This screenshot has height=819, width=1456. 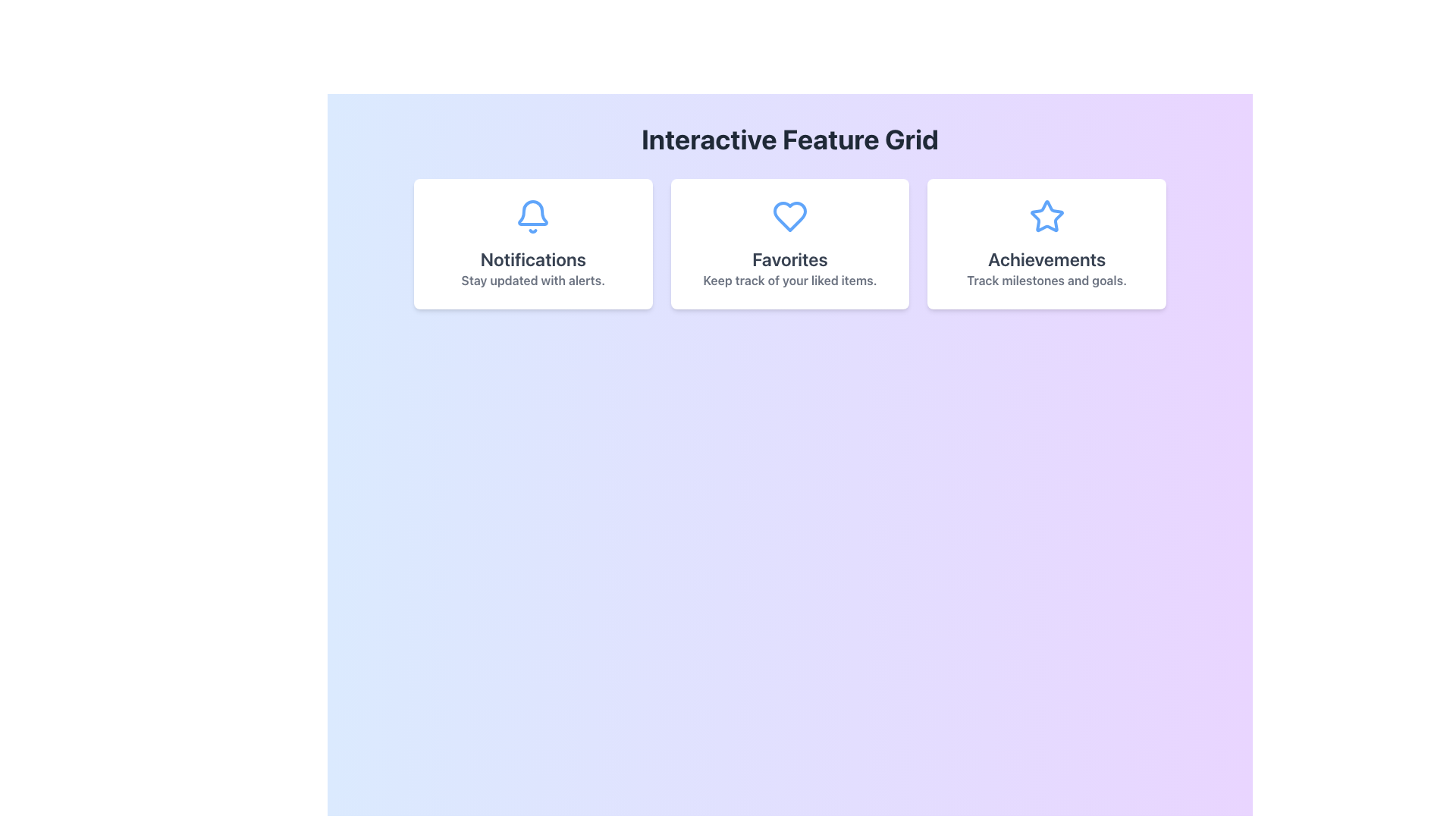 What do you see at coordinates (1046, 281) in the screenshot?
I see `the text element reading 'Track milestones and goals.' which is styled in gray and positioned under the 'Achievements' header` at bounding box center [1046, 281].